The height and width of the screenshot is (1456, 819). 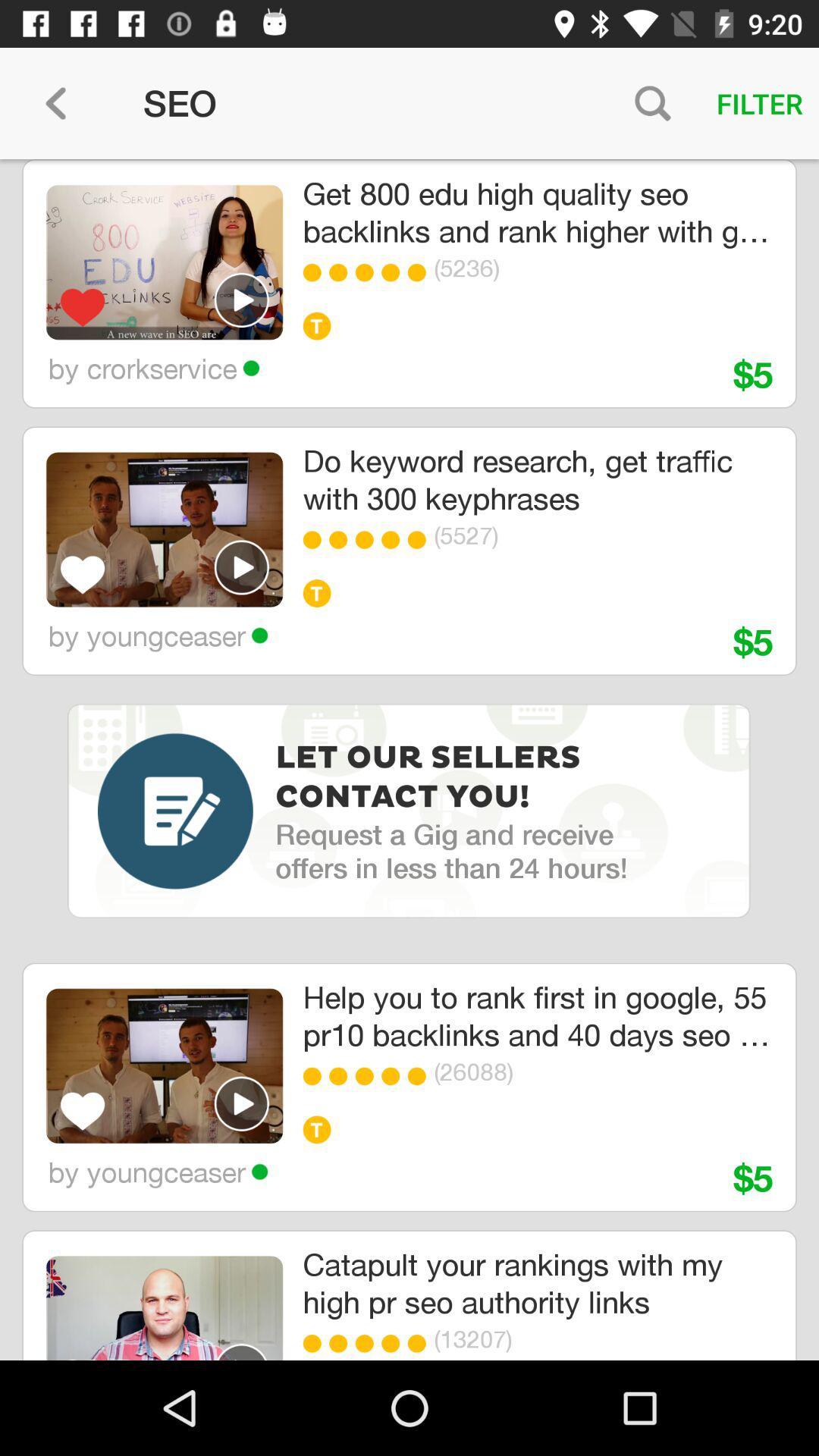 What do you see at coordinates (421, 1075) in the screenshot?
I see `the icon below help you to` at bounding box center [421, 1075].